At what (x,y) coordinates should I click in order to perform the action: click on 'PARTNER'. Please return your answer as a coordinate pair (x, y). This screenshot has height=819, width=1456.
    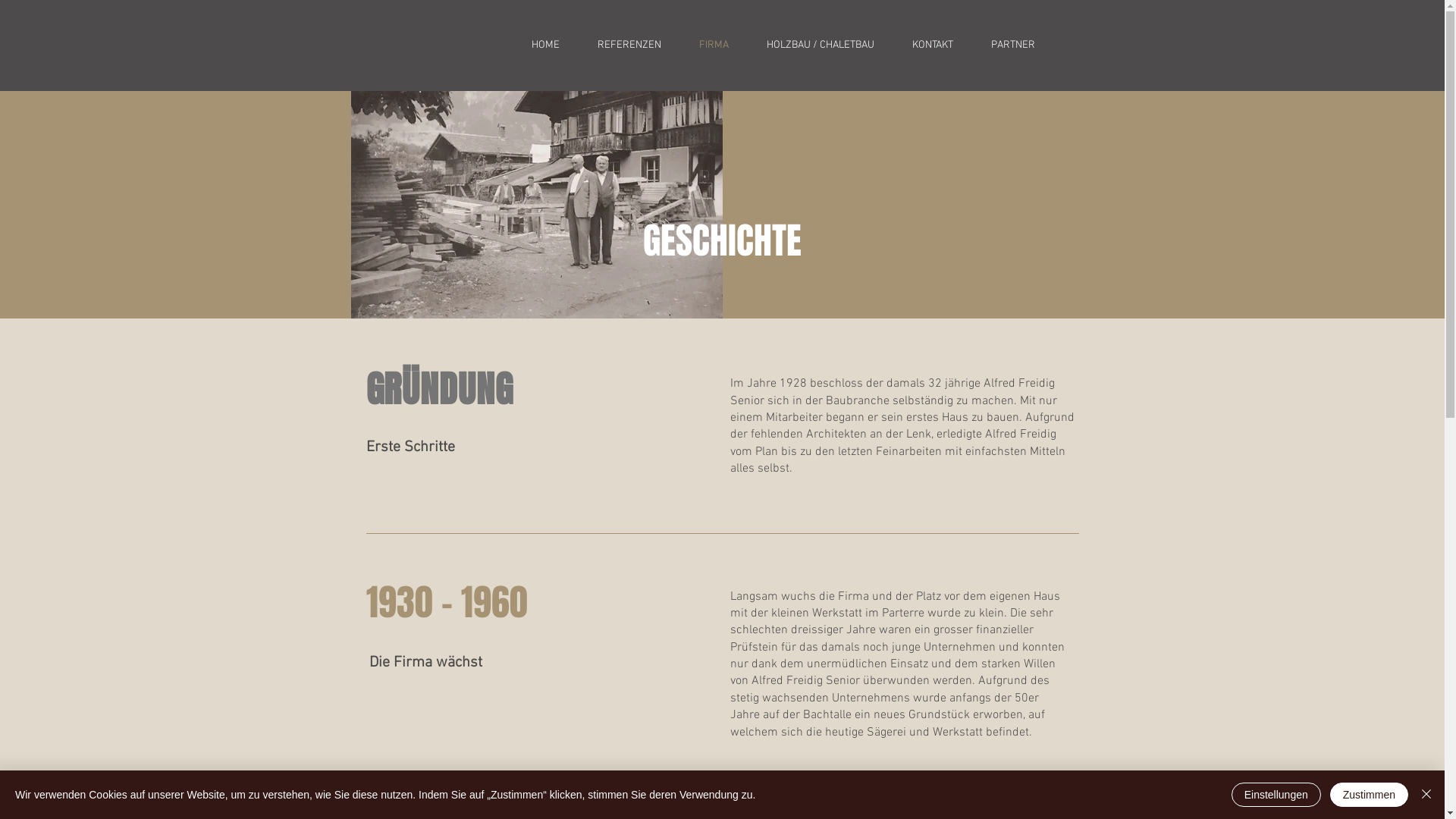
    Looking at the image, I should click on (1012, 45).